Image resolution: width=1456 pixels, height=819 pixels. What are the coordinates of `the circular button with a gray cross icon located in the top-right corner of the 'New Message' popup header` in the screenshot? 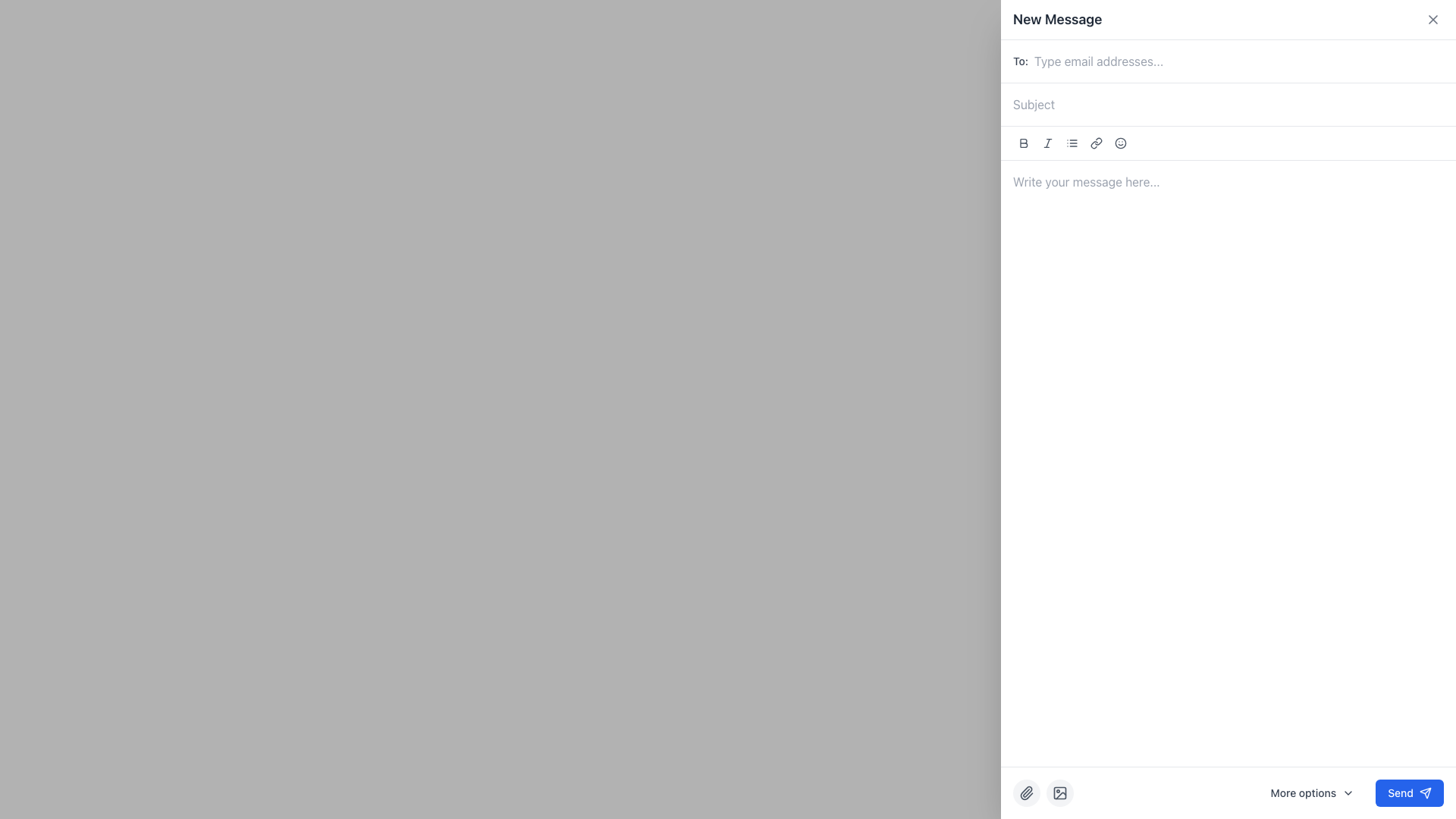 It's located at (1432, 20).